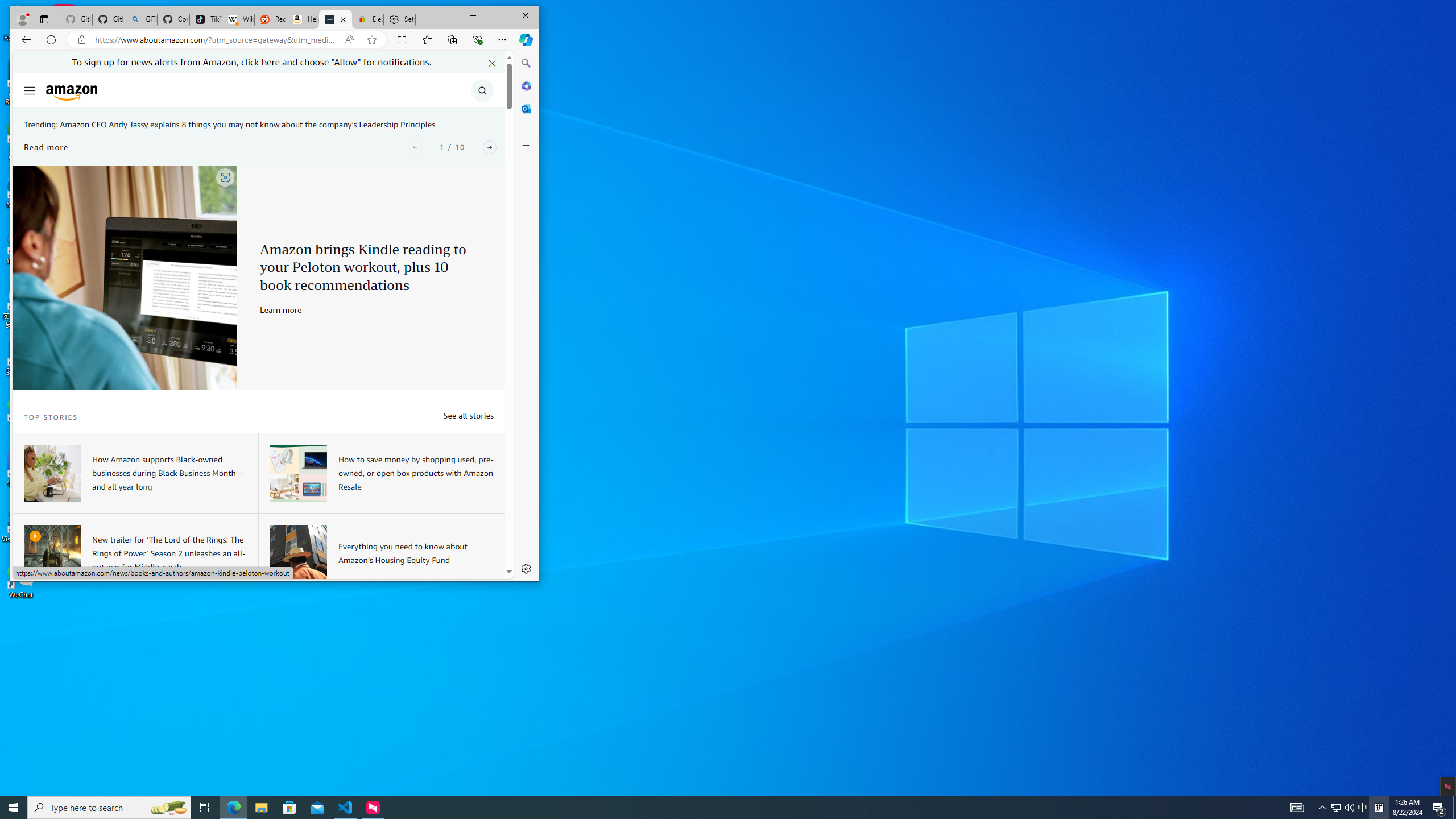 The width and height of the screenshot is (1456, 819). I want to click on 'Type here to search', so click(109, 806).